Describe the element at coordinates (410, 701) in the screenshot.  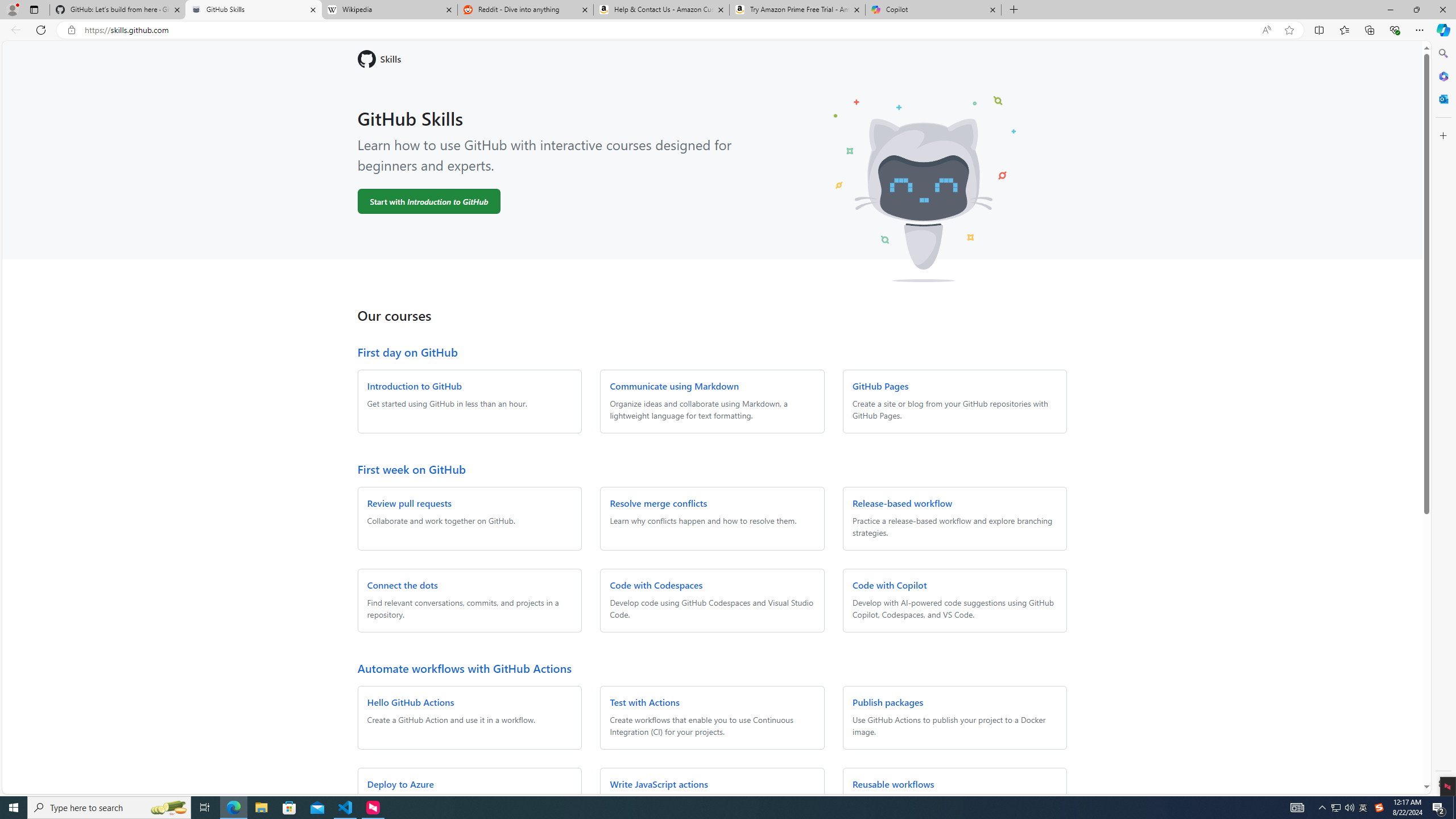
I see `'Hello GitHub Actions'` at that location.